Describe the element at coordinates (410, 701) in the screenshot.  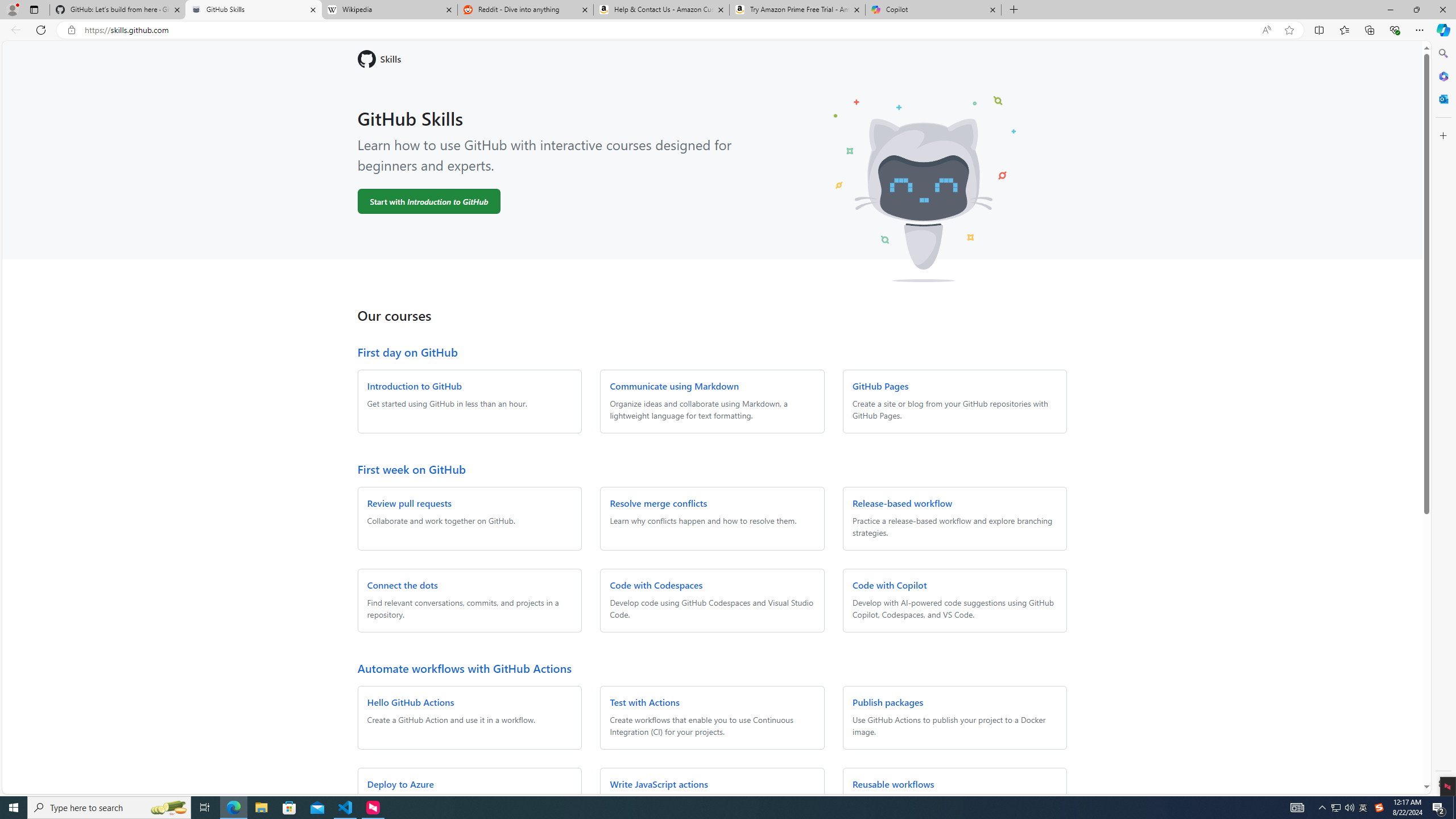
I see `'Hello GitHub Actions'` at that location.